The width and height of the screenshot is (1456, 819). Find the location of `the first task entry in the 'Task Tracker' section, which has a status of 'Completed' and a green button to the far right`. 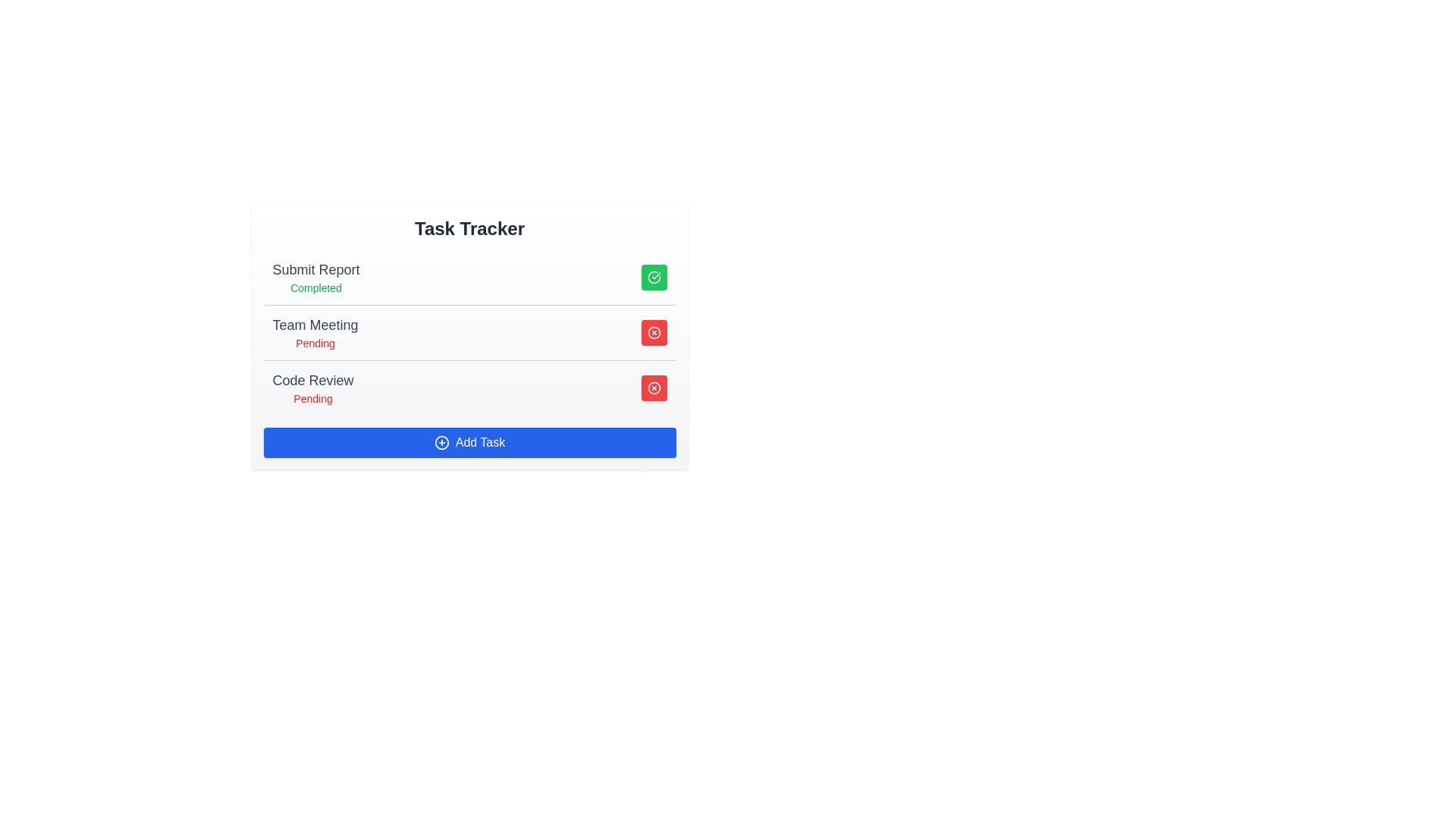

the first task entry in the 'Task Tracker' section, which has a status of 'Completed' and a green button to the far right is located at coordinates (469, 278).